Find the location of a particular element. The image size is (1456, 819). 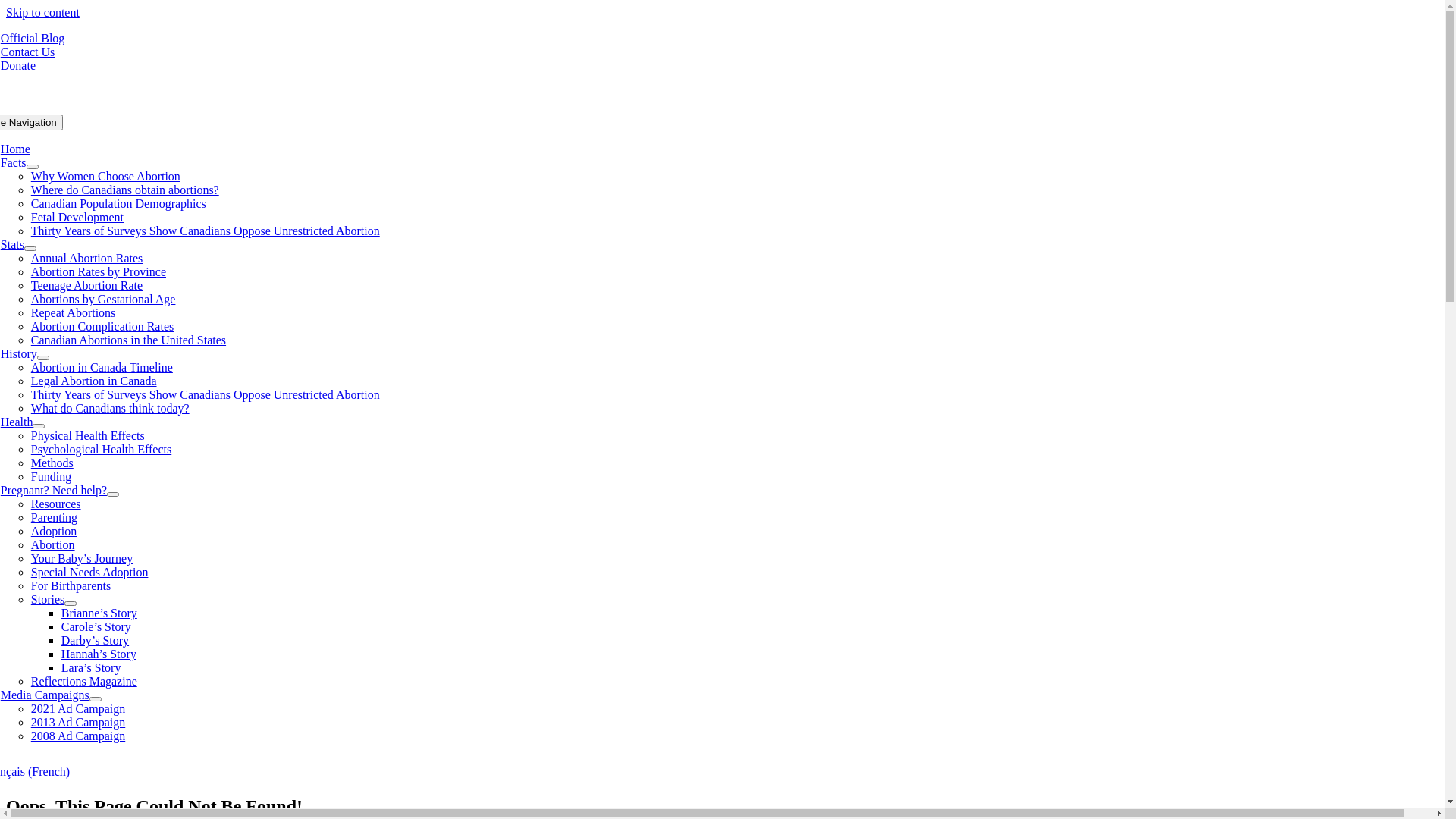

'Official Blog' is located at coordinates (33, 37).